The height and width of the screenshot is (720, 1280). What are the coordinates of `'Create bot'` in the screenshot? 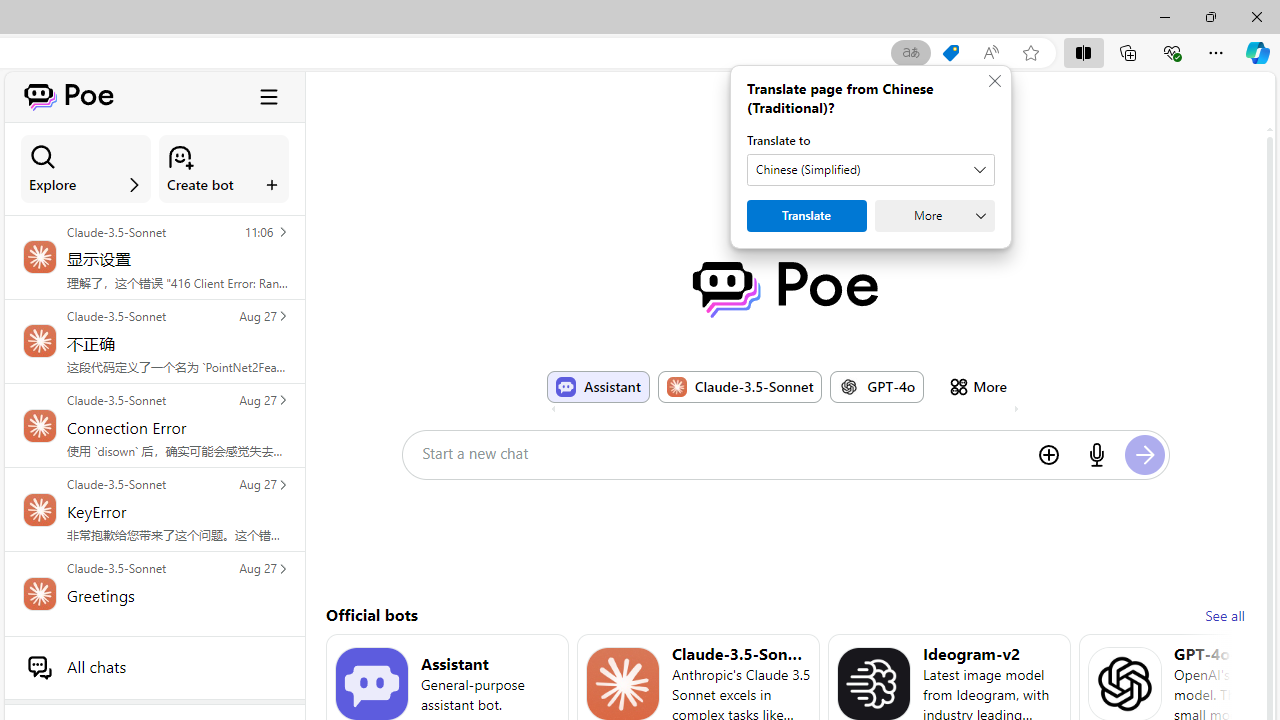 It's located at (224, 168).